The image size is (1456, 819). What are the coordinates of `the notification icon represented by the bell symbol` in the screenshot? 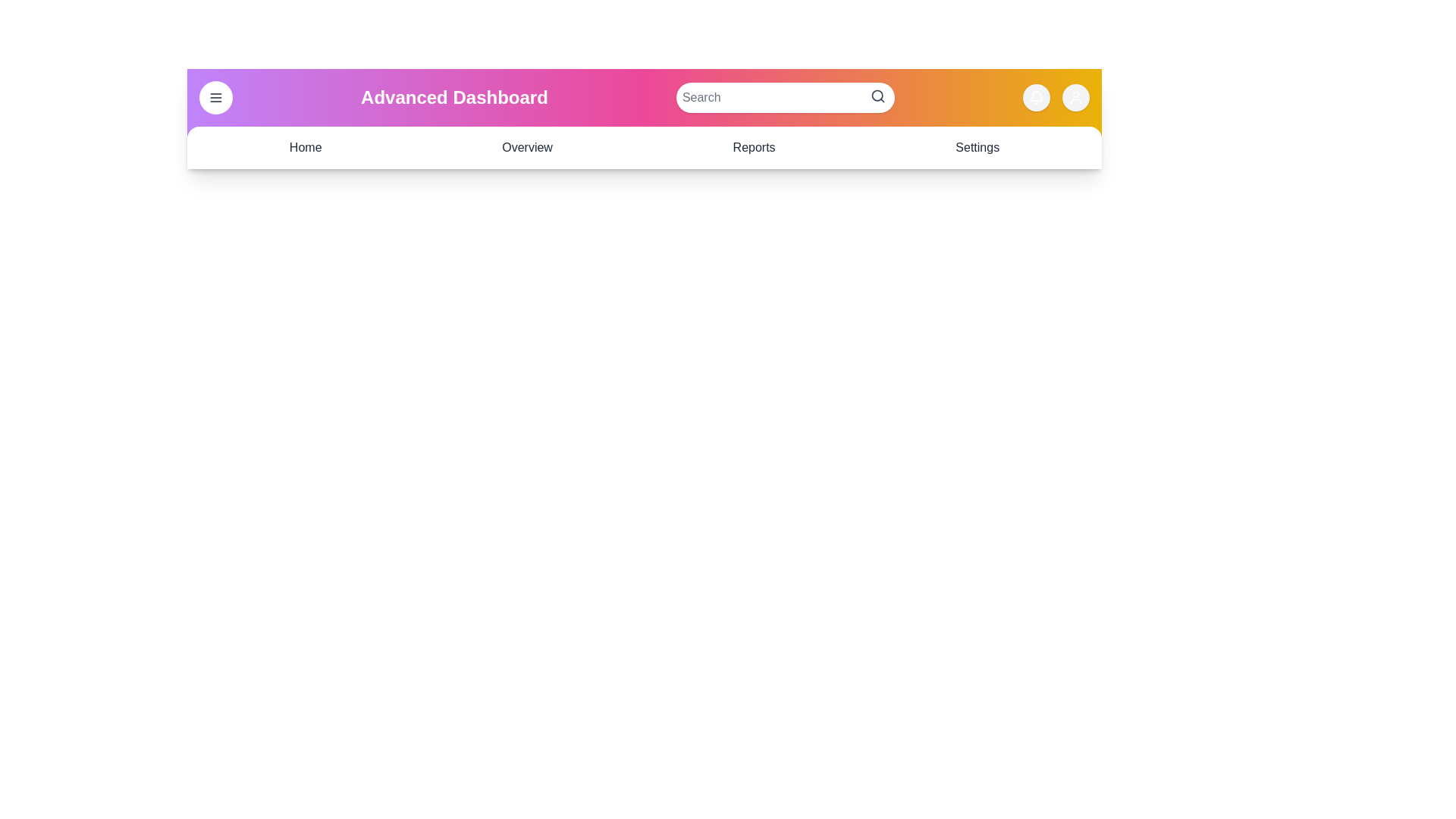 It's located at (1036, 97).